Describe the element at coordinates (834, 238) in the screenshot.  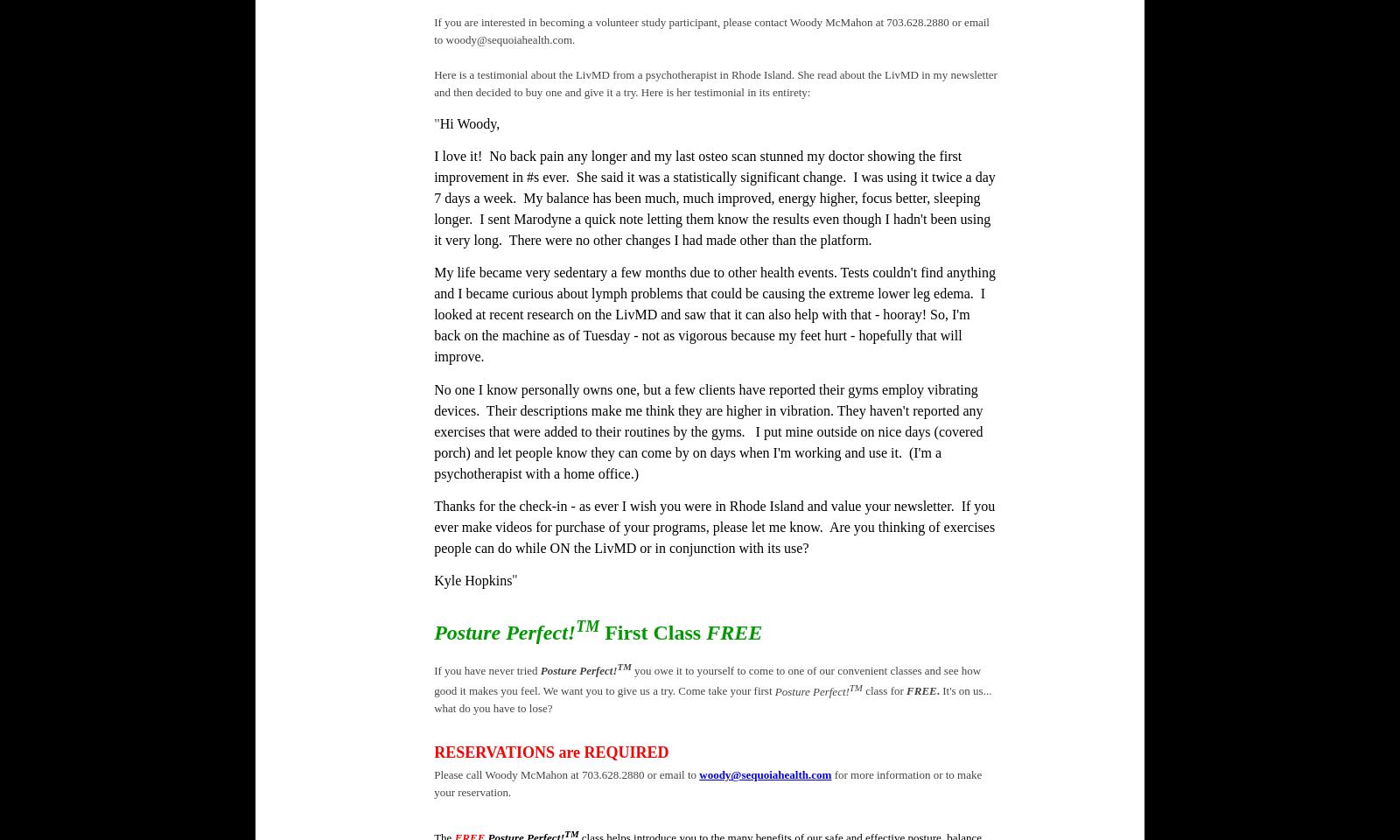
I see `'the platform.'` at that location.